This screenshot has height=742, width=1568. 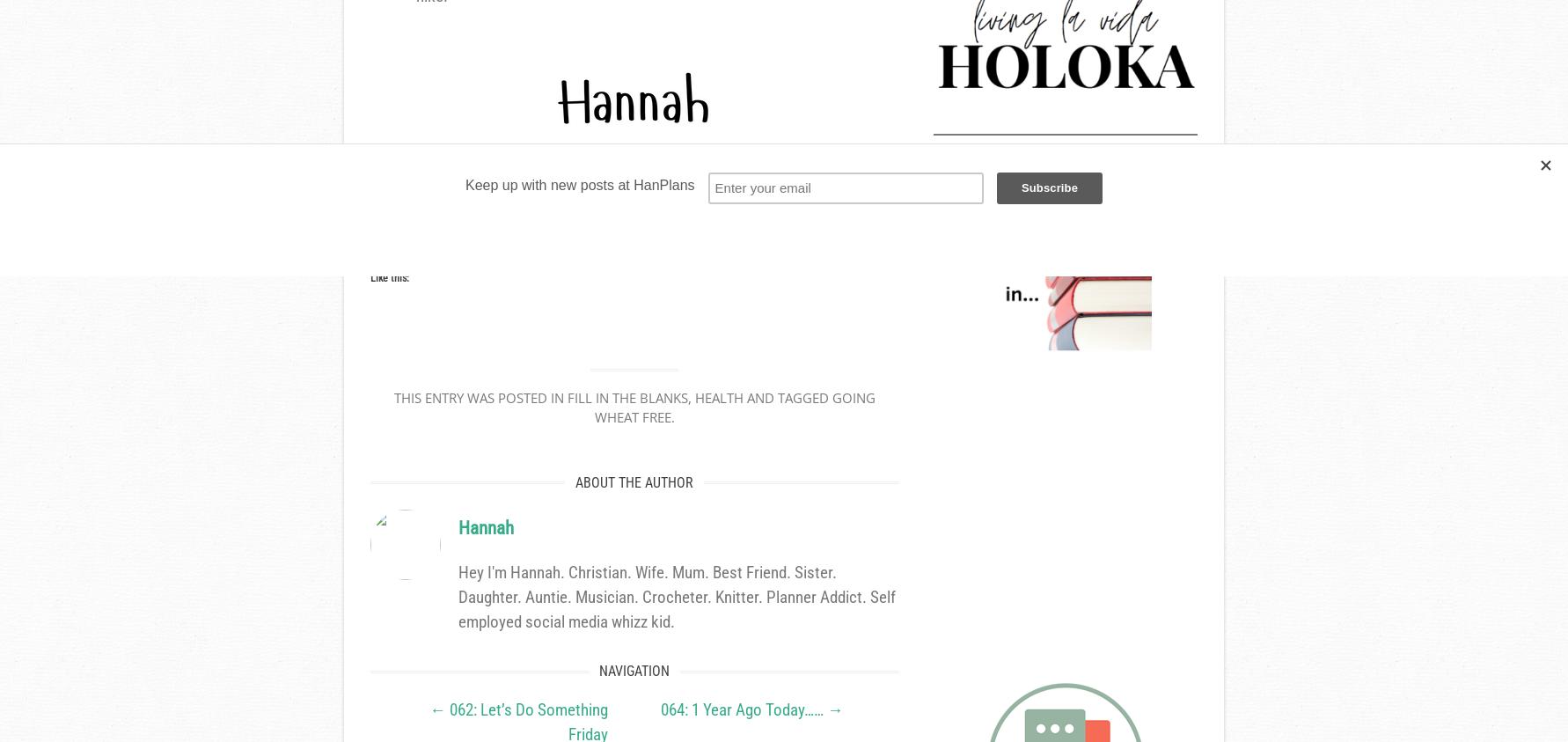 I want to click on 'Fill In The Blanks', so click(x=626, y=397).